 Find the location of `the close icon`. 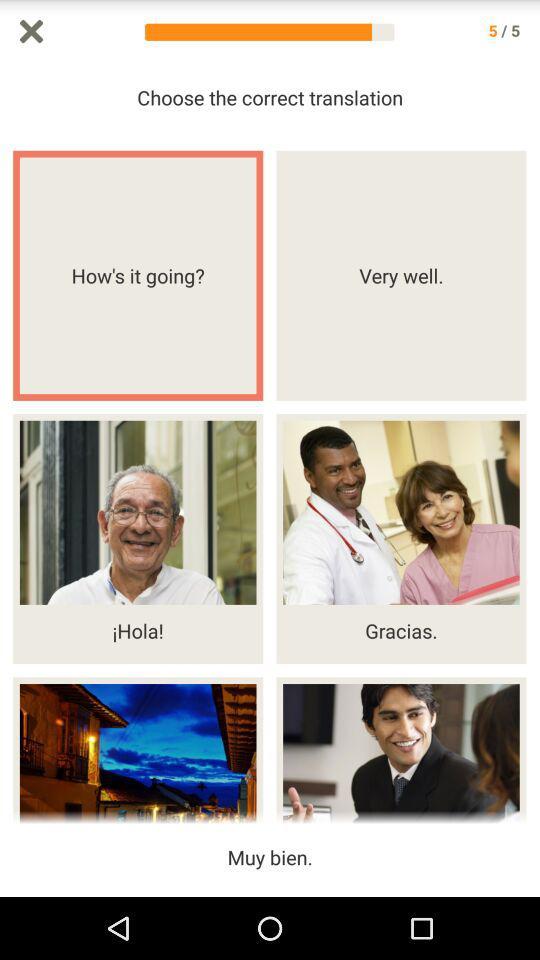

the close icon is located at coordinates (30, 32).